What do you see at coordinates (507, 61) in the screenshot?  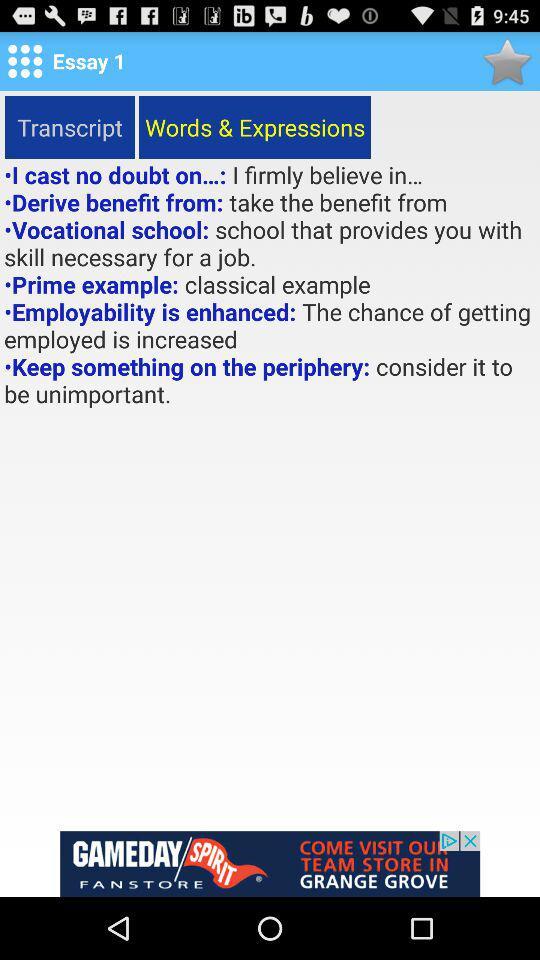 I see `idioms` at bounding box center [507, 61].